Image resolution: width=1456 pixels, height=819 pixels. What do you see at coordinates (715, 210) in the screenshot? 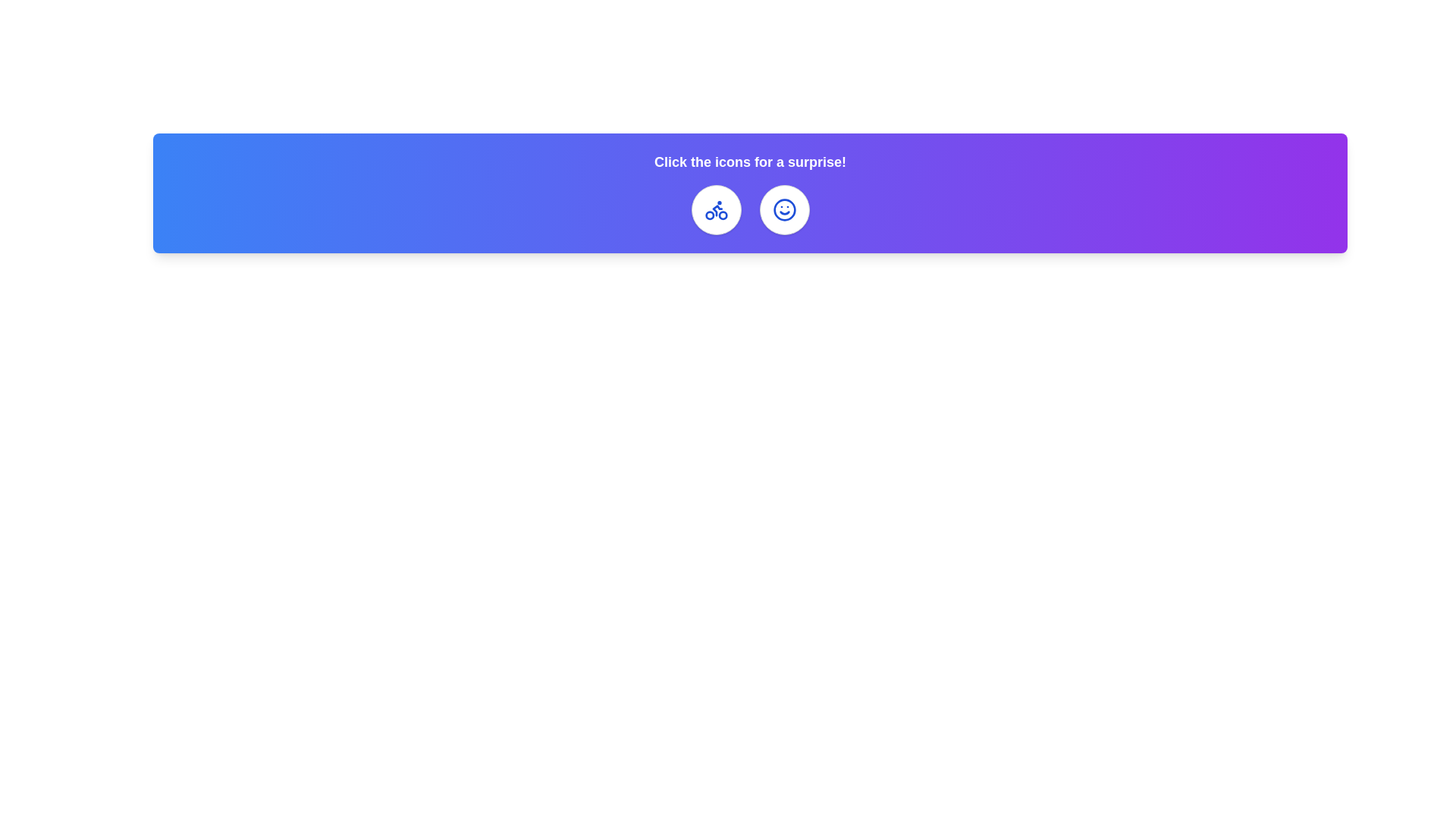
I see `the bicycle icon, which is a stylized blue icon inside a circular white button that is the first in a horizontal alignment of two icons within a gradient bar` at bounding box center [715, 210].